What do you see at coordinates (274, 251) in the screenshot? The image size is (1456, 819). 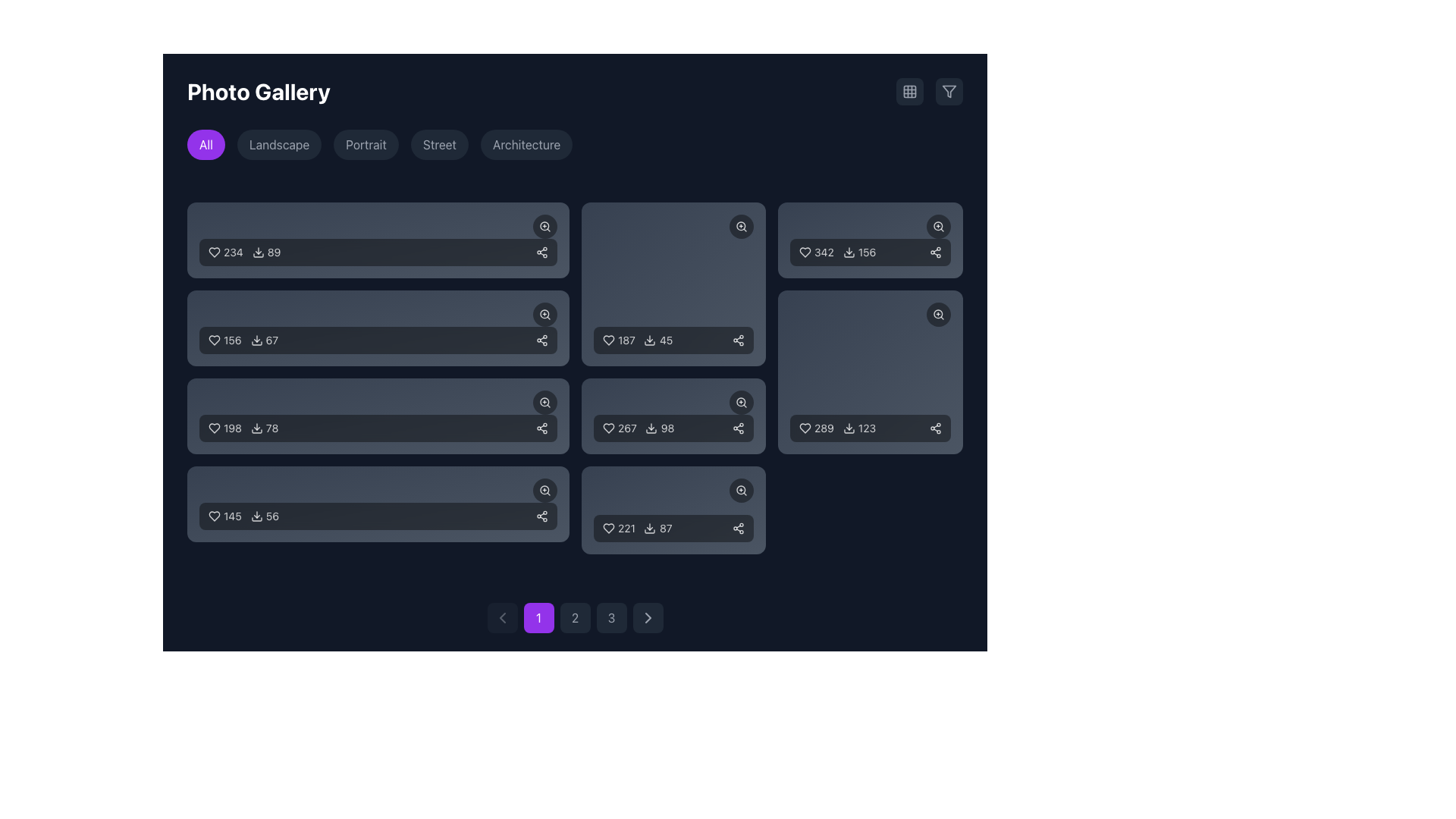 I see `numerical indicator displayed in the text label positioned in the upper left section of the layout, adjacent to the download icon` at bounding box center [274, 251].